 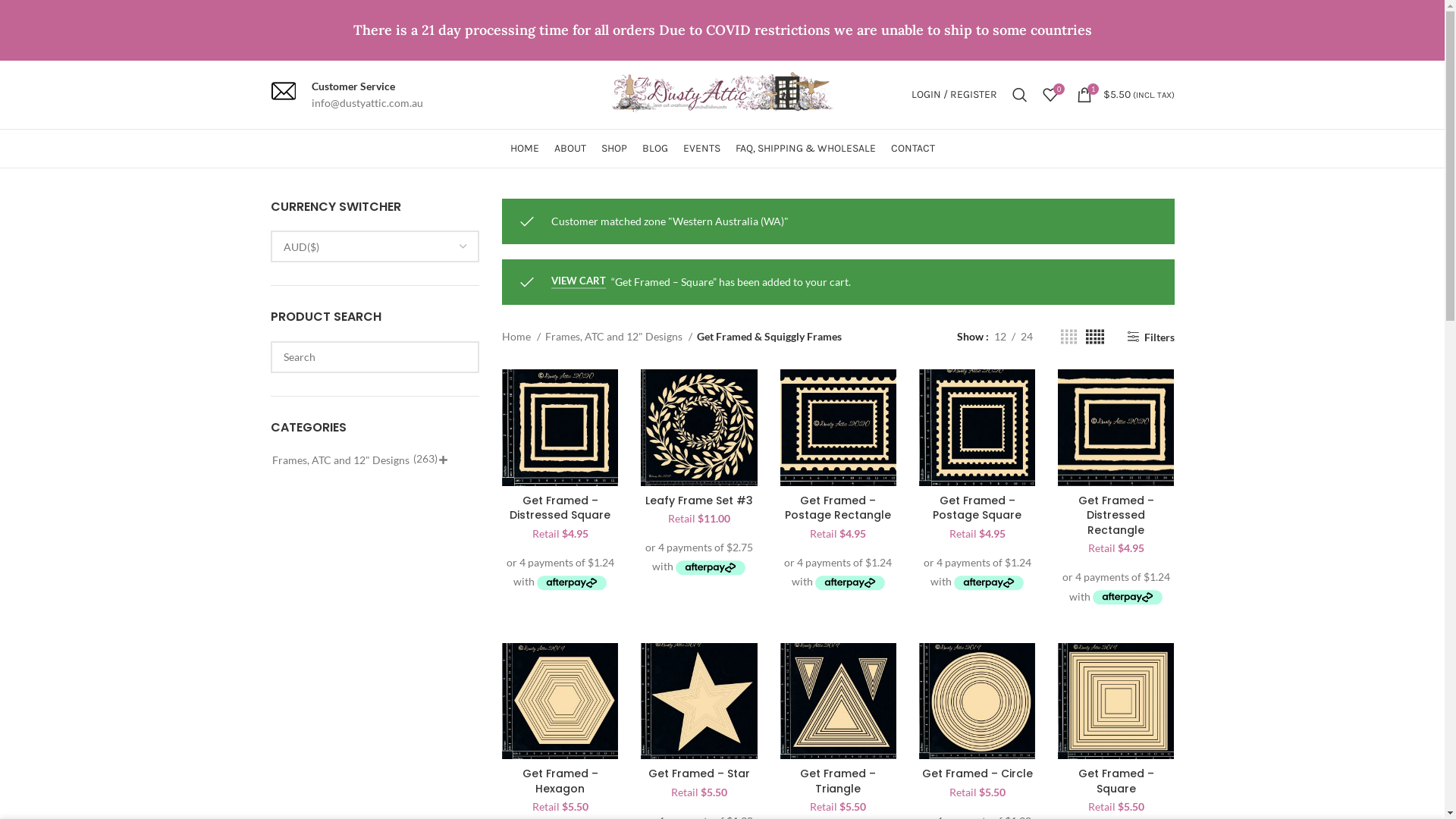 I want to click on '12', so click(x=1000, y=335).